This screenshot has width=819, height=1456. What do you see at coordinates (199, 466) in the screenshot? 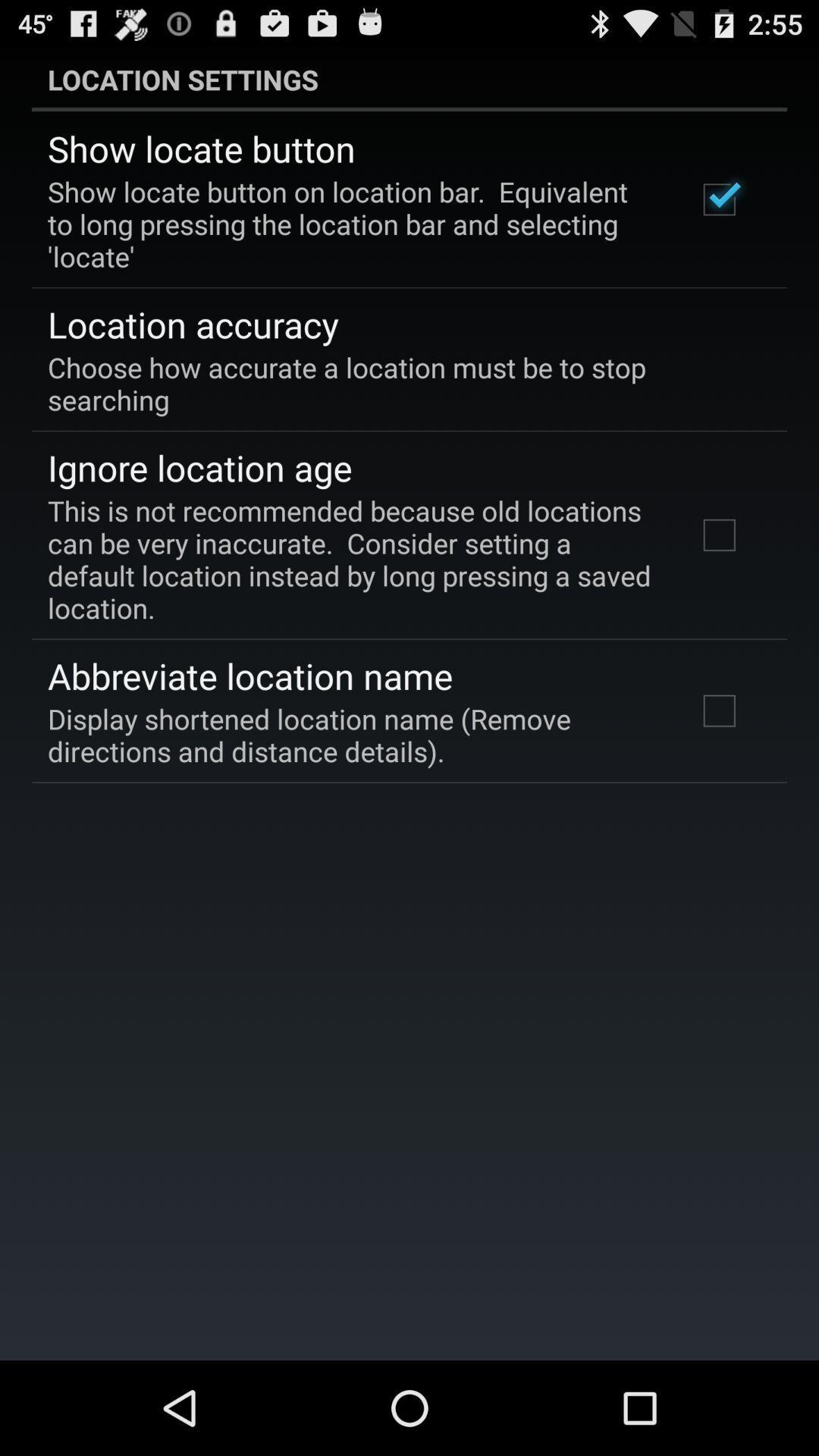
I see `the icon above this is not icon` at bounding box center [199, 466].